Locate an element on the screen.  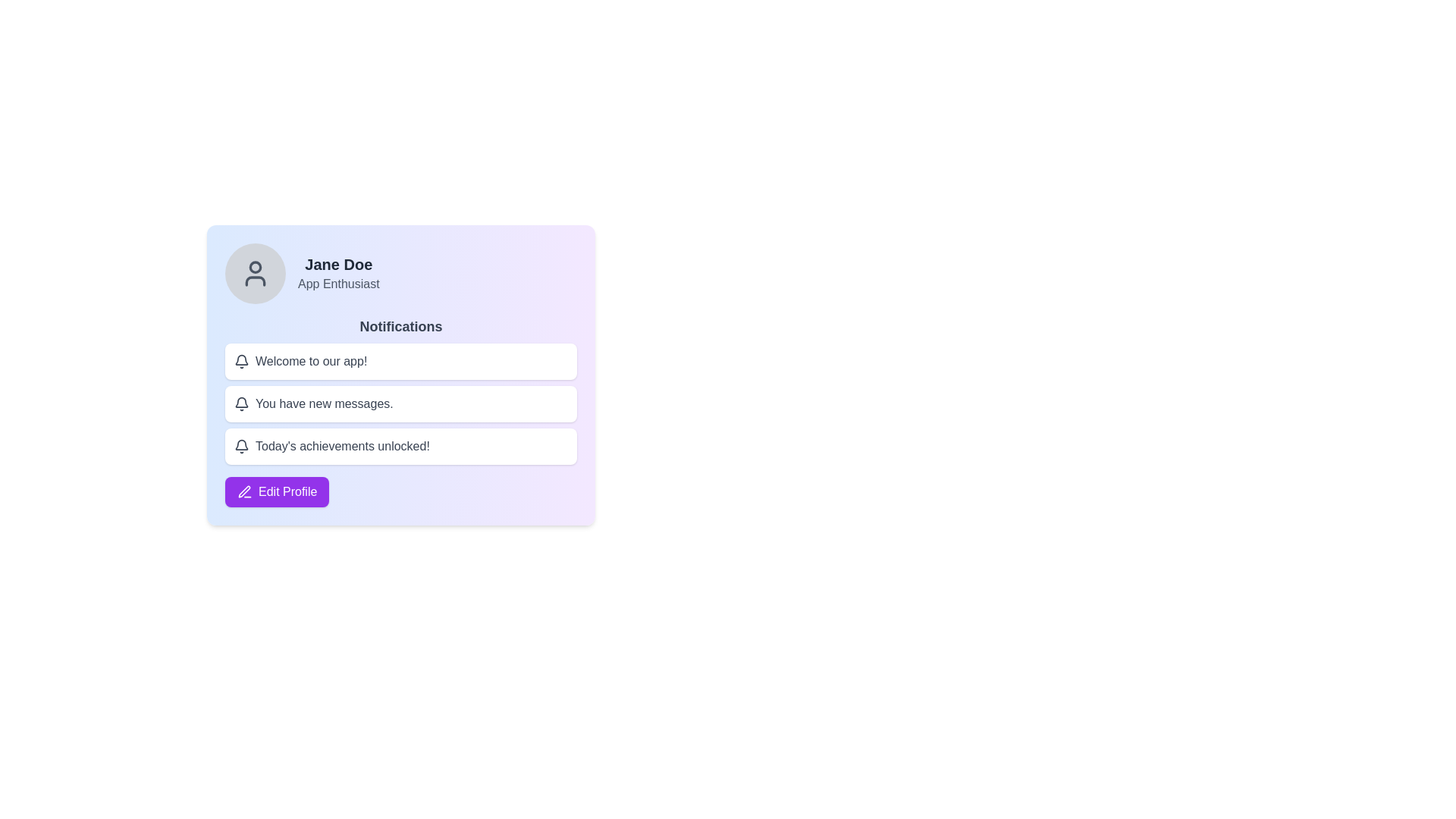
the bell-shaped icon with a minimalistic design that is located at the bottom of the notification section, preceding the text 'Today's achievements unlocked!' is located at coordinates (240, 446).